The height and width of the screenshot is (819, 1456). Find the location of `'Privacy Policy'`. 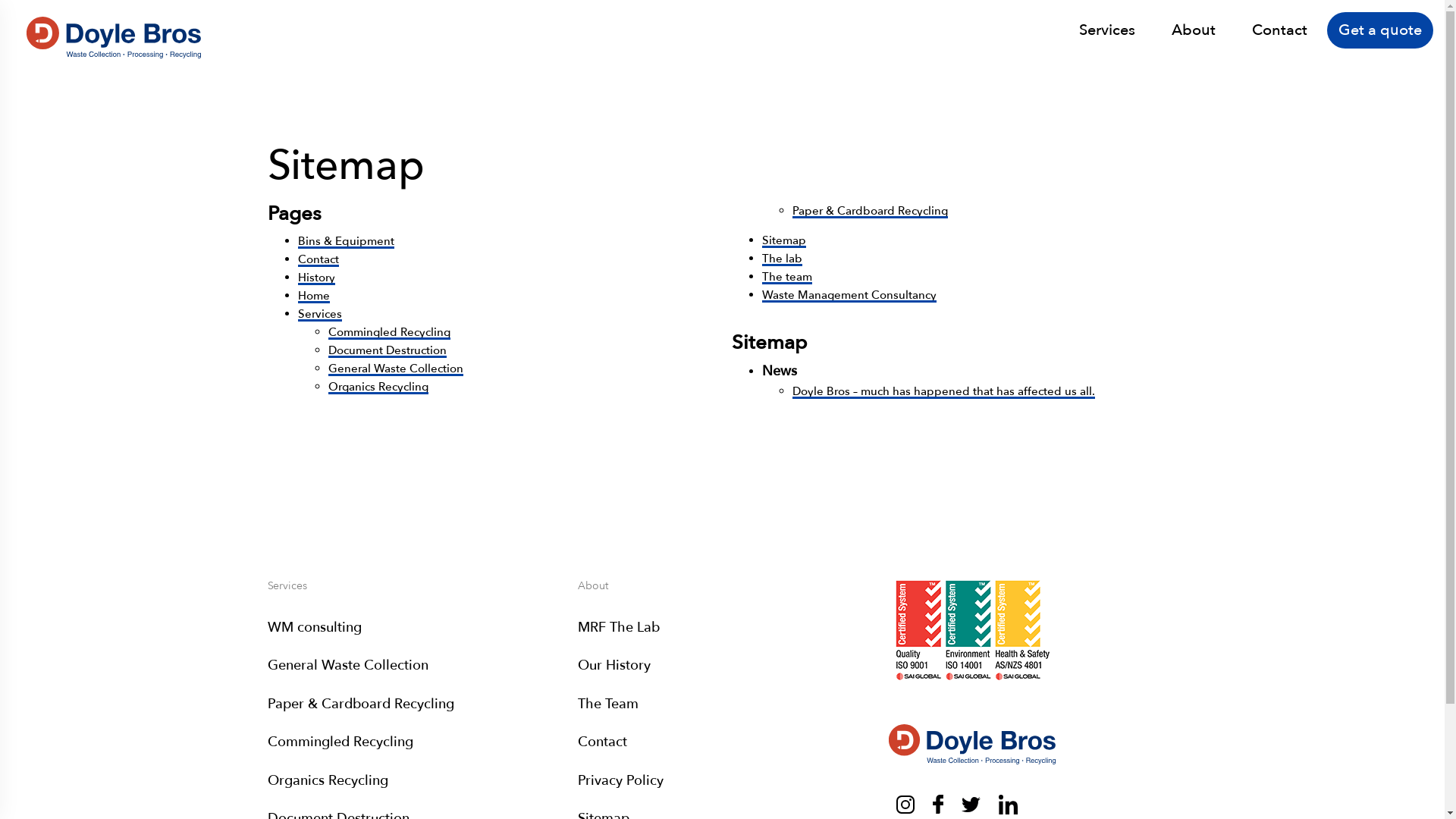

'Privacy Policy' is located at coordinates (577, 780).